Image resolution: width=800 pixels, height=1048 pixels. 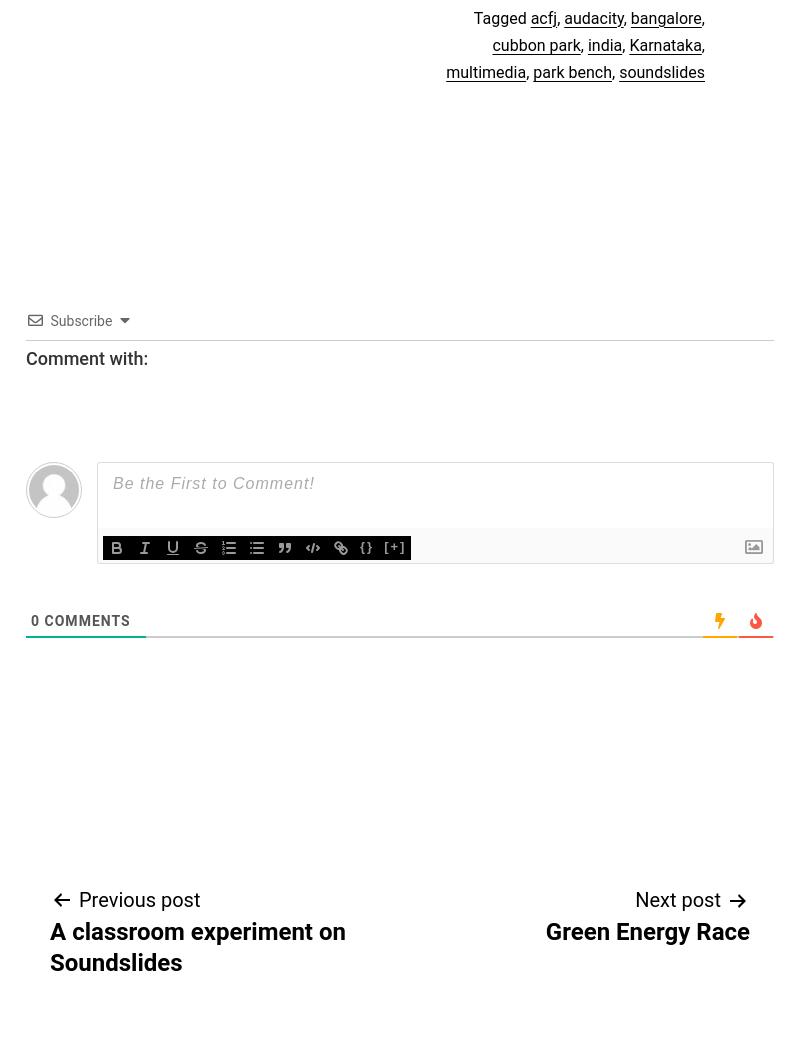 What do you see at coordinates (492, 43) in the screenshot?
I see `'cubbon park'` at bounding box center [492, 43].